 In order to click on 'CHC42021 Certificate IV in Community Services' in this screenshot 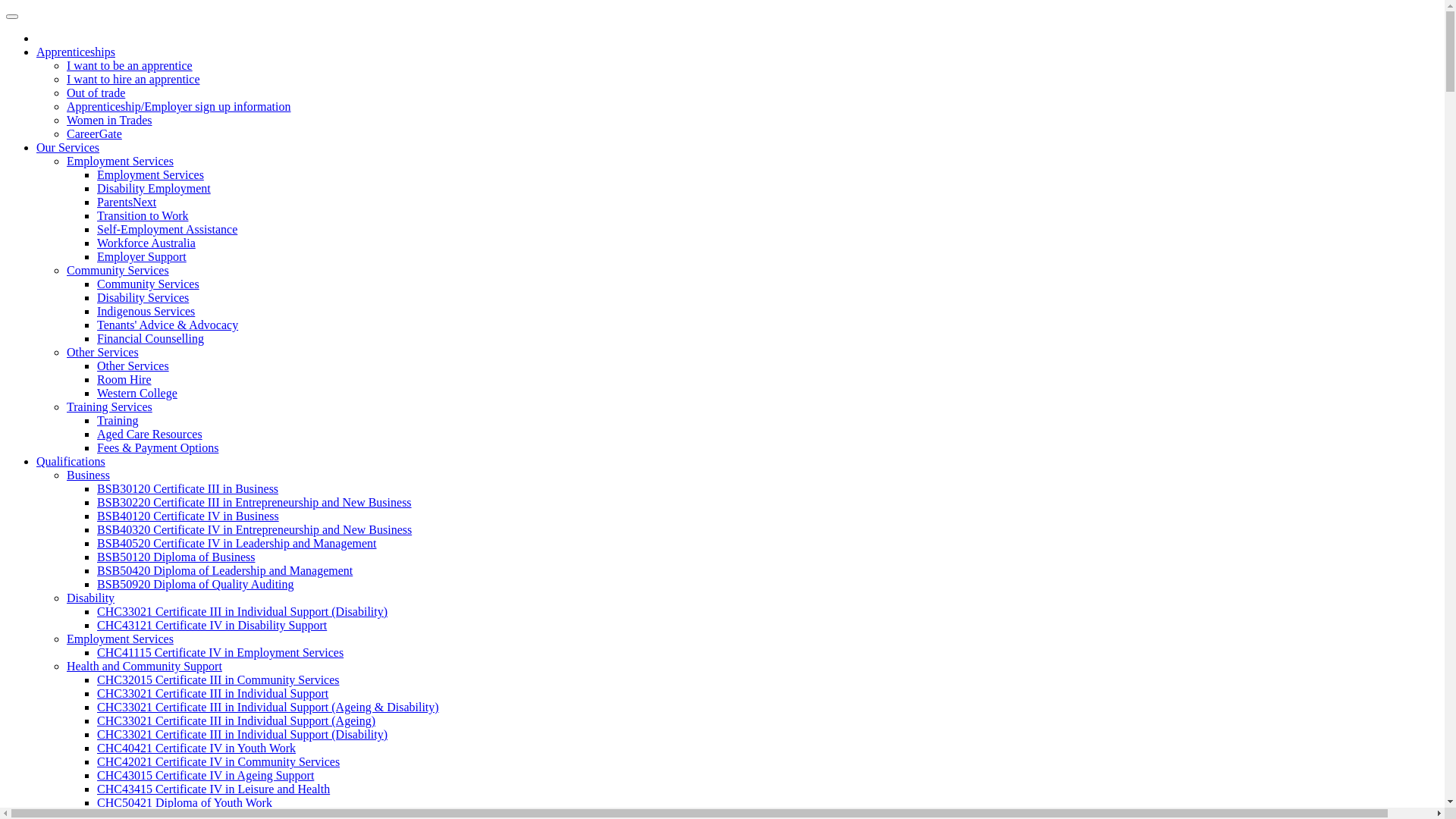, I will do `click(218, 761)`.